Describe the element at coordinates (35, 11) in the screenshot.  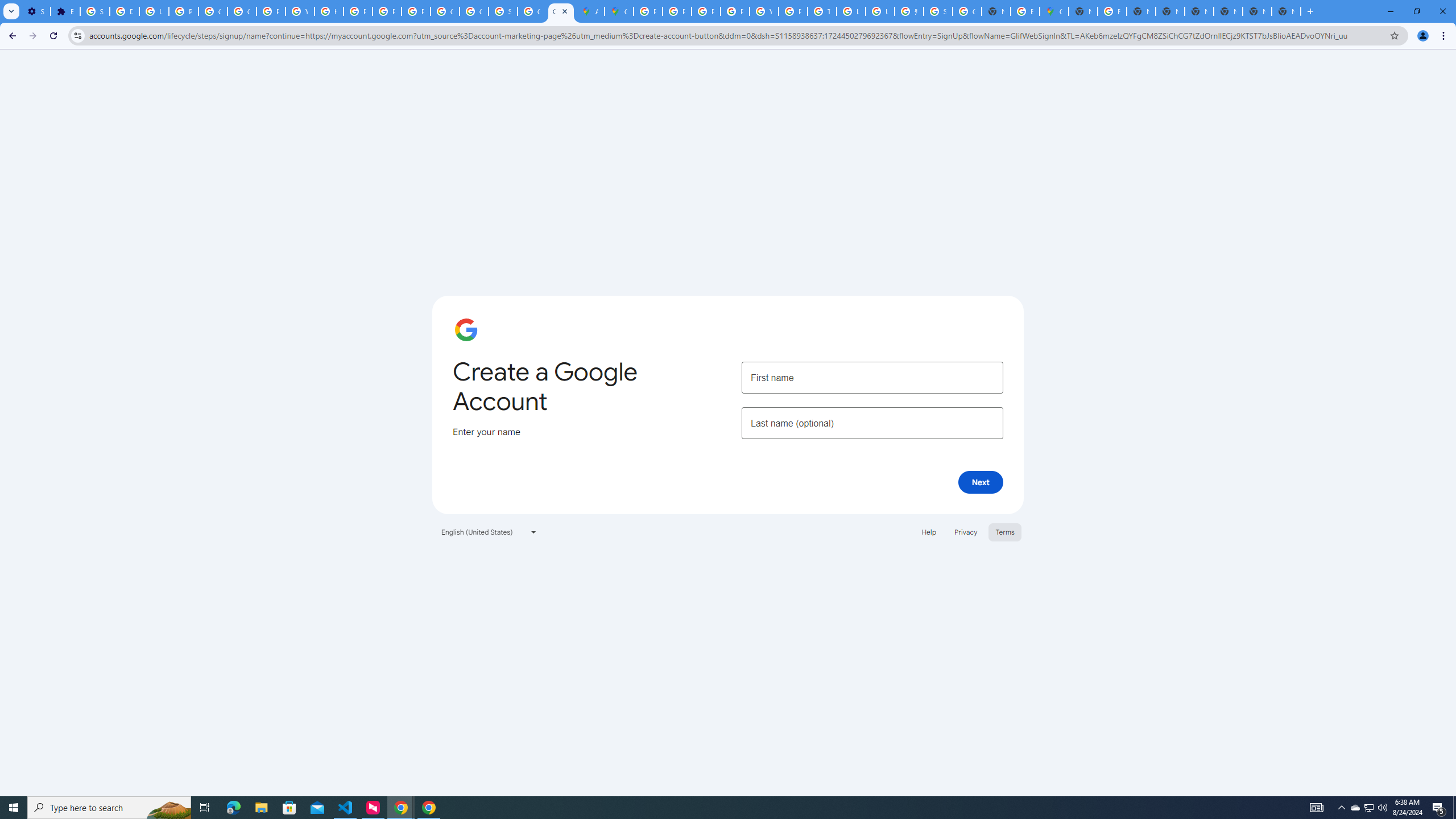
I see `'Settings - On startup'` at that location.